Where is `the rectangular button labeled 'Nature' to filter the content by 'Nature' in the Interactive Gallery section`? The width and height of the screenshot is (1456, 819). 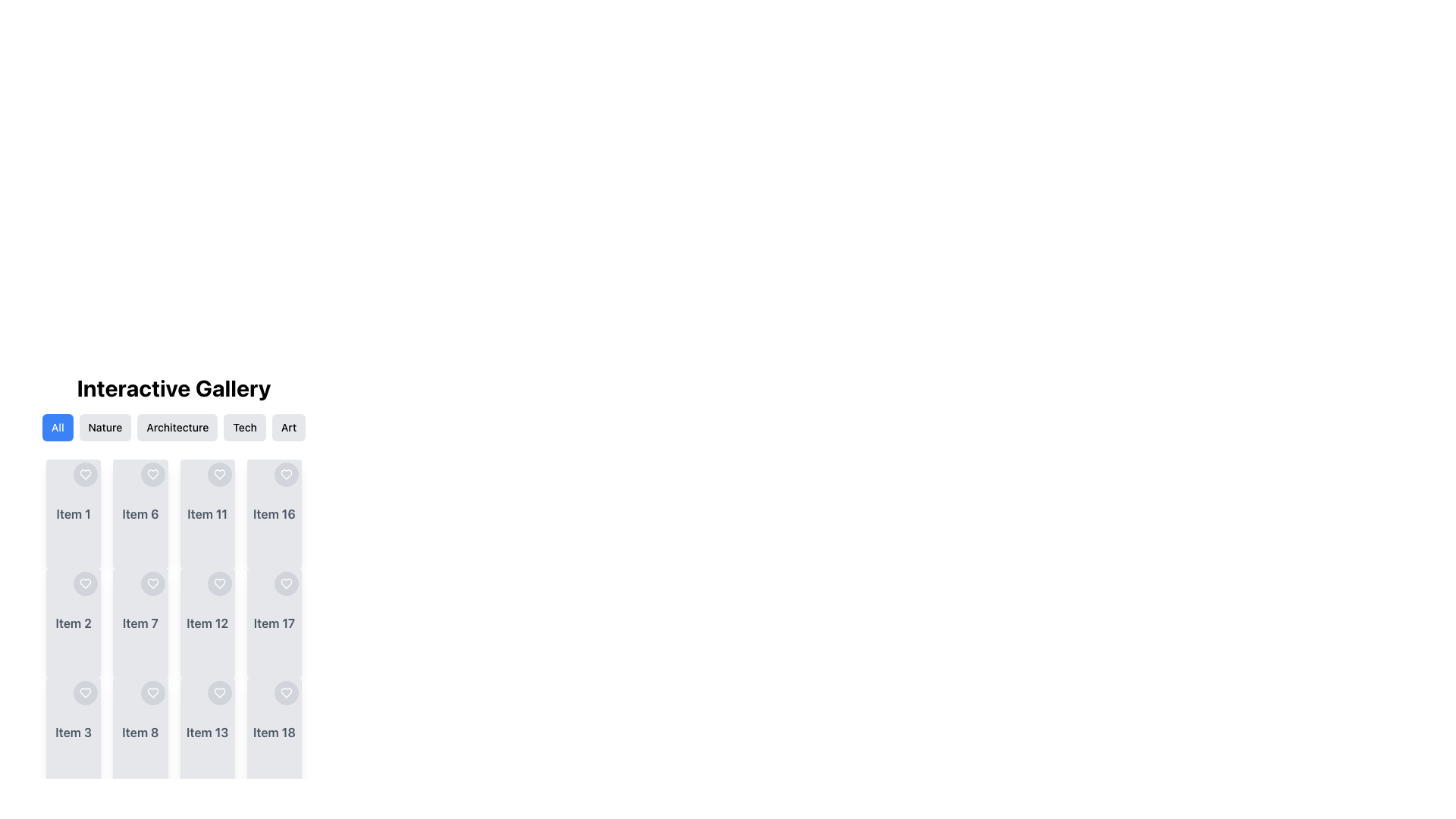
the rectangular button labeled 'Nature' to filter the content by 'Nature' in the Interactive Gallery section is located at coordinates (104, 427).